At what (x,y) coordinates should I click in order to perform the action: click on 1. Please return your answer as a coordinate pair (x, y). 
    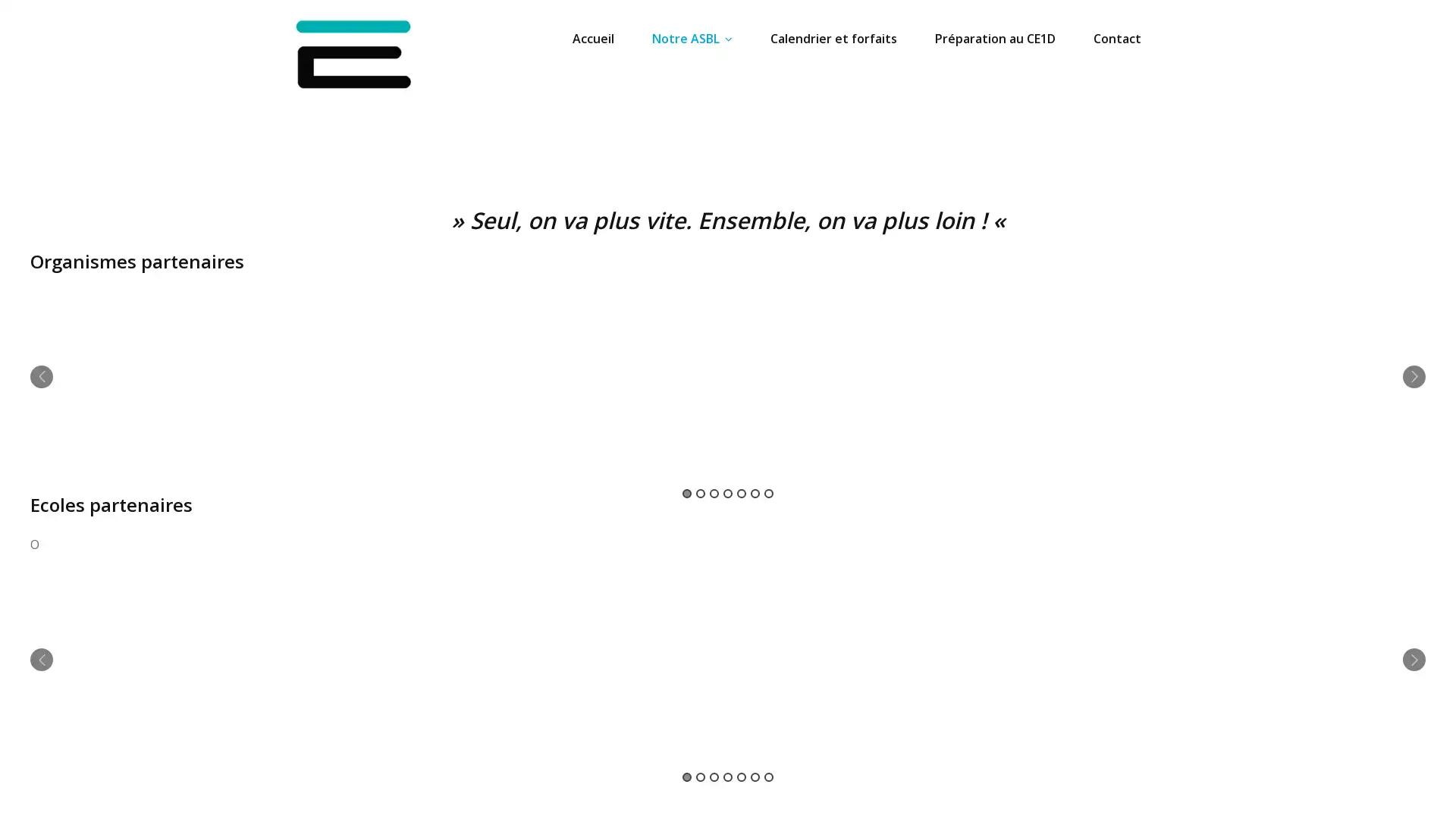
    Looking at the image, I should click on (686, 776).